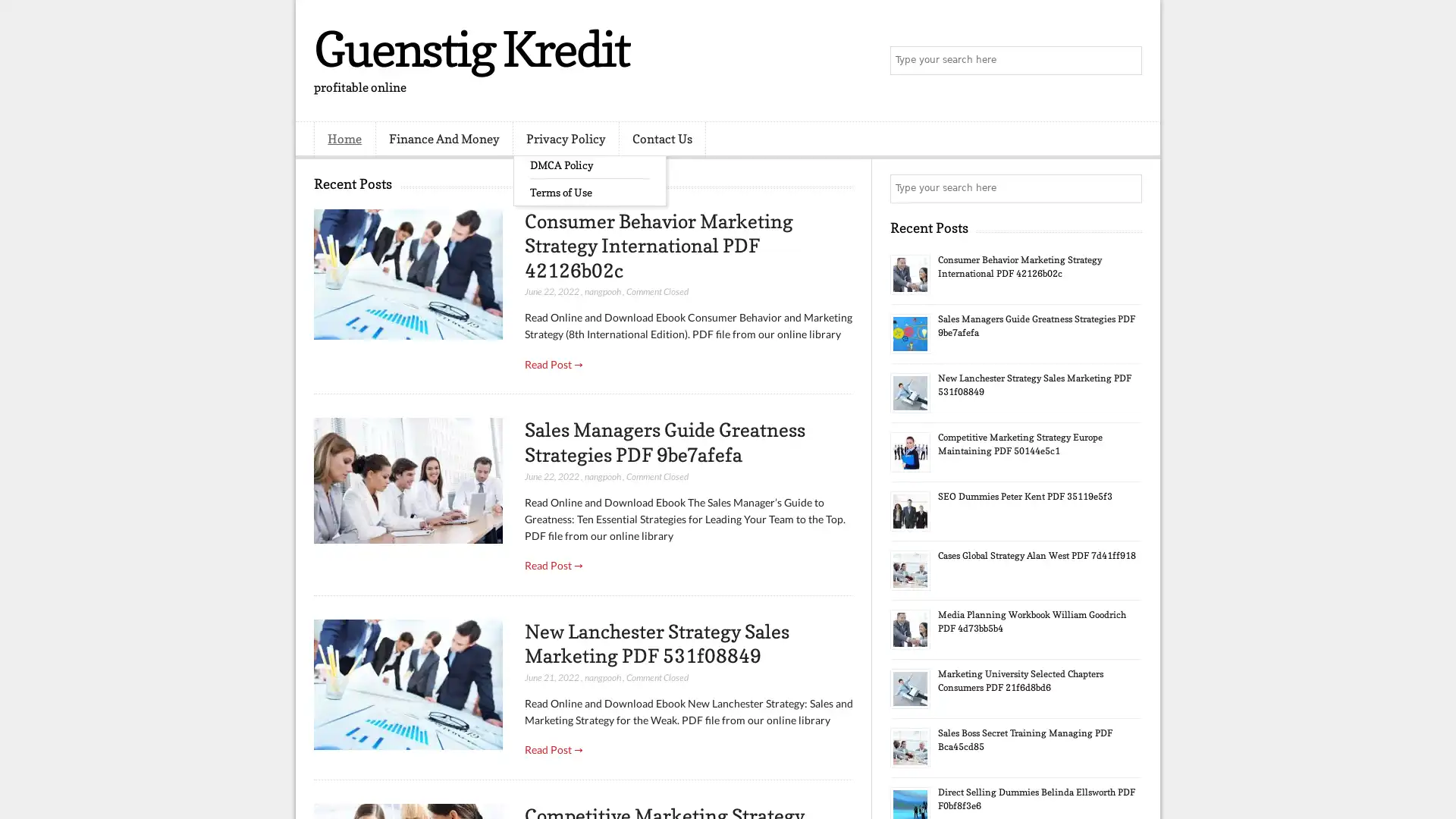 This screenshot has width=1456, height=819. Describe the element at coordinates (1126, 188) in the screenshot. I see `Search` at that location.